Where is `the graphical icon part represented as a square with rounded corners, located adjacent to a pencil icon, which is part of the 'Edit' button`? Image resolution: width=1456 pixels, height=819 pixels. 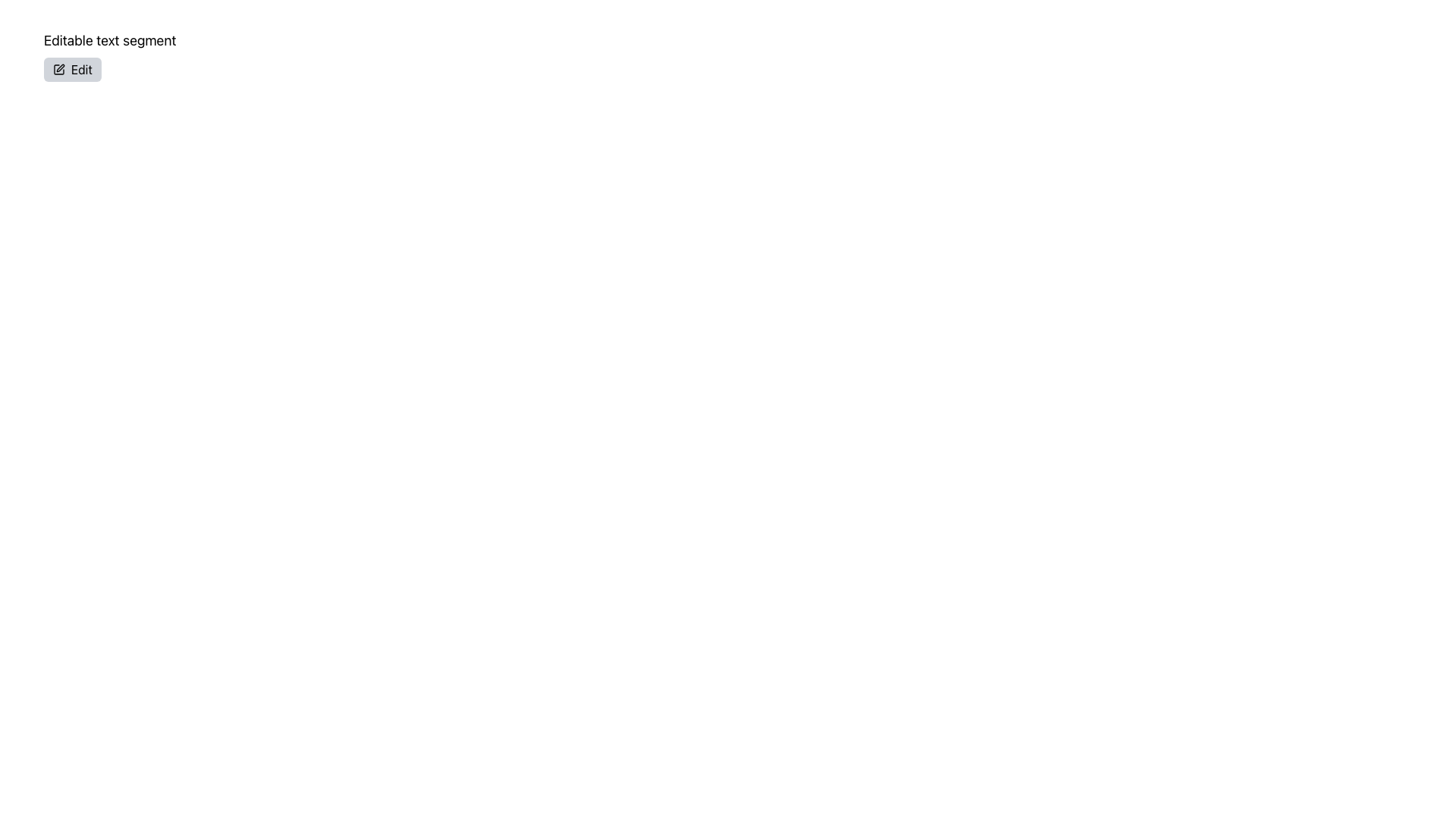 the graphical icon part represented as a square with rounded corners, located adjacent to a pencil icon, which is part of the 'Edit' button is located at coordinates (58, 70).